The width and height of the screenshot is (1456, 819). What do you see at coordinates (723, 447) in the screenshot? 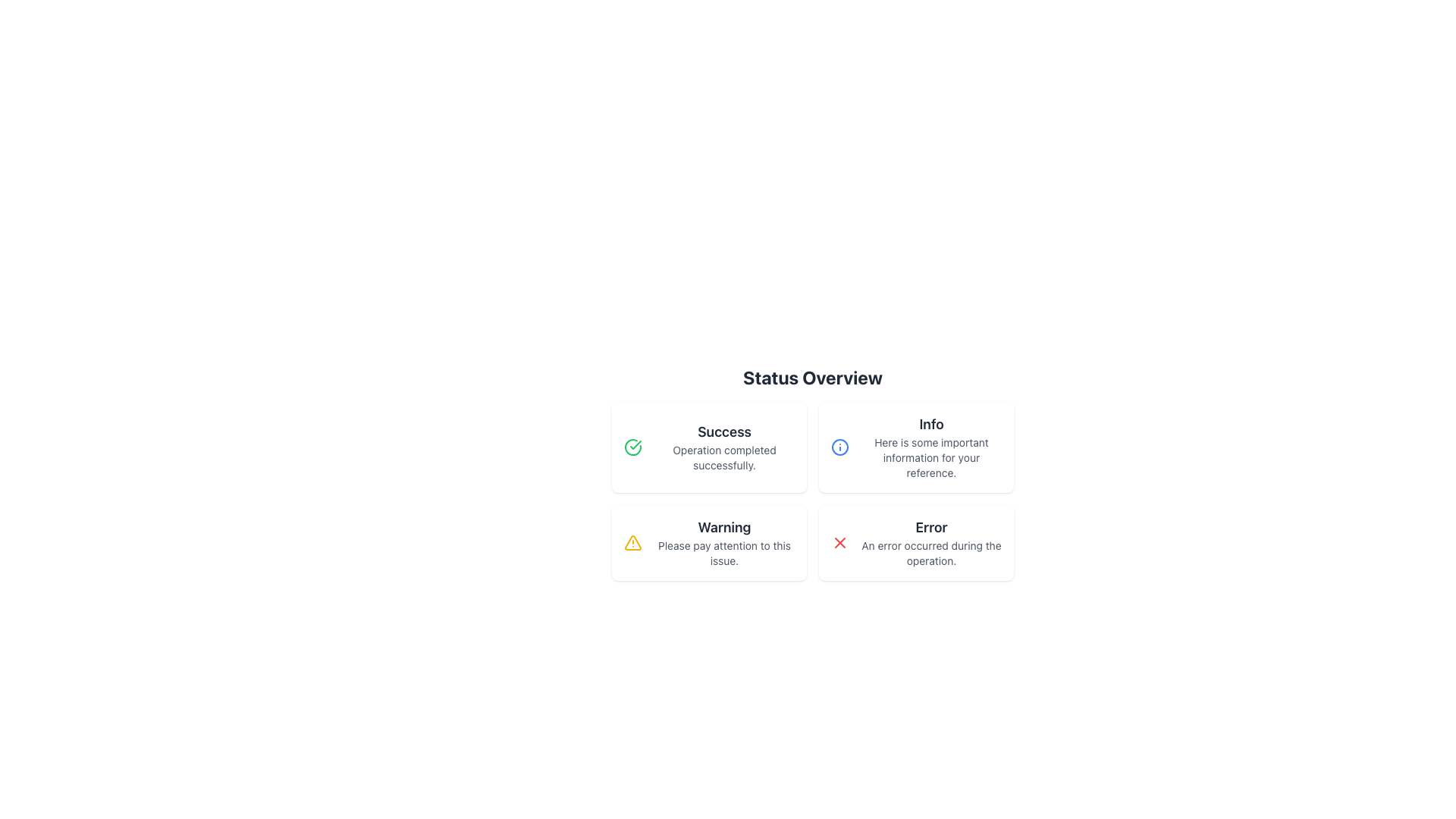
I see `information from the Informational block titled 'Success' with the subtitle 'Operation completed successfully.' located in the upper-left corner of the status blocks grid` at bounding box center [723, 447].